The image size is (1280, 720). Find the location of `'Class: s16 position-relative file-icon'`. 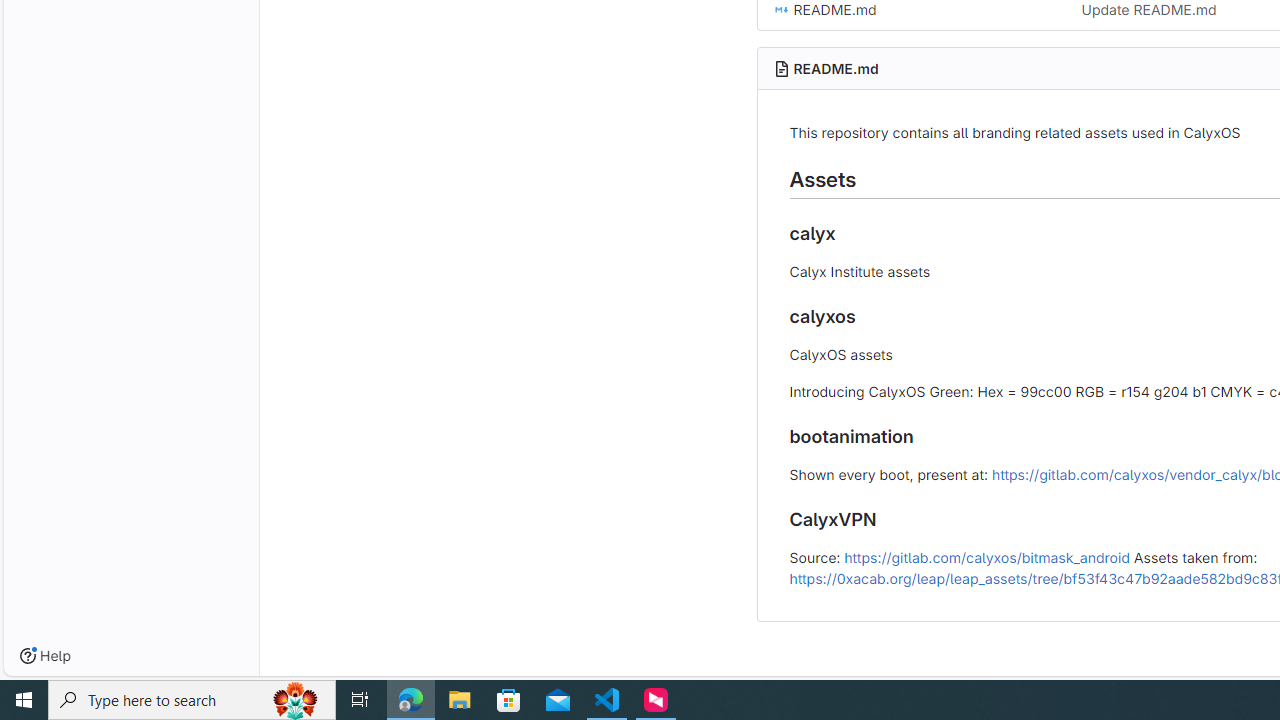

'Class: s16 position-relative file-icon' is located at coordinates (780, 10).